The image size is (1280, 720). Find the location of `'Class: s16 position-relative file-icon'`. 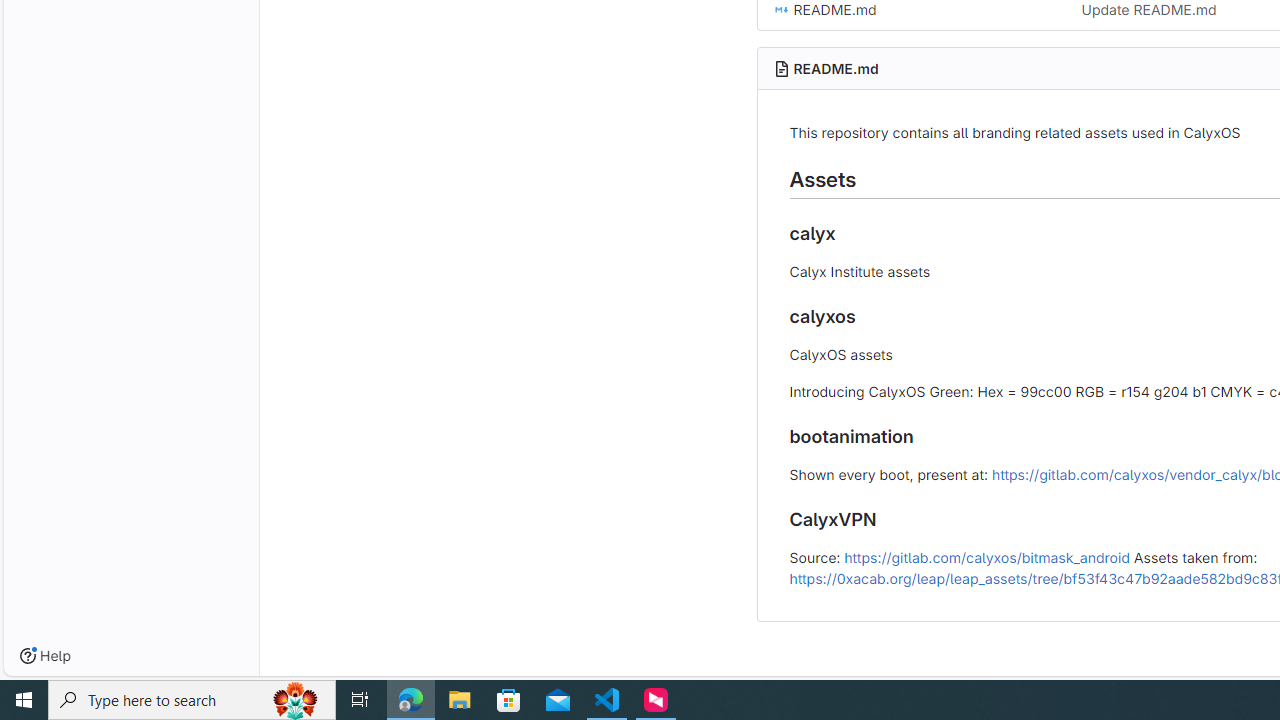

'Class: s16 position-relative file-icon' is located at coordinates (780, 10).